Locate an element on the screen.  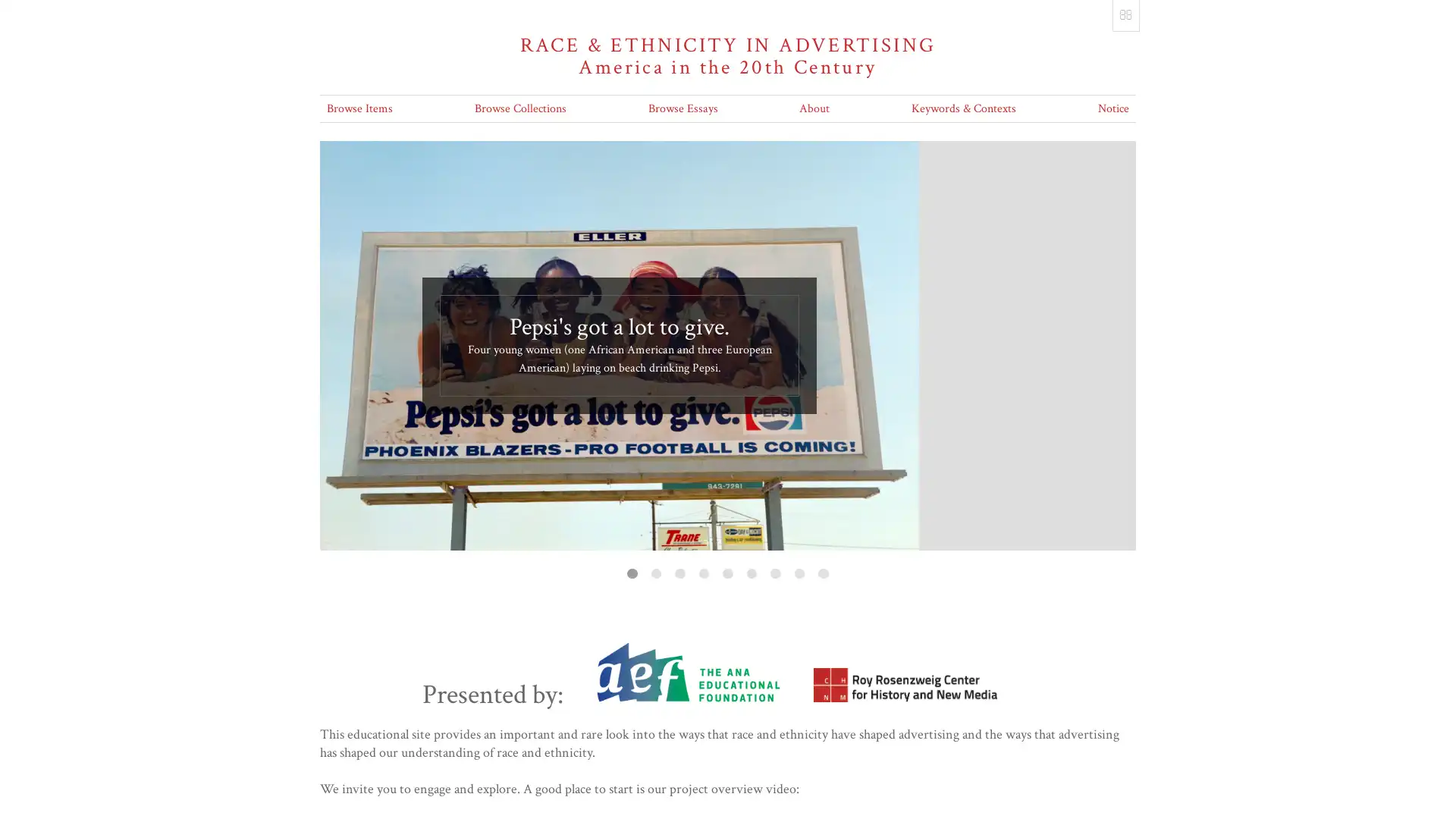
1 is located at coordinates (632, 573).